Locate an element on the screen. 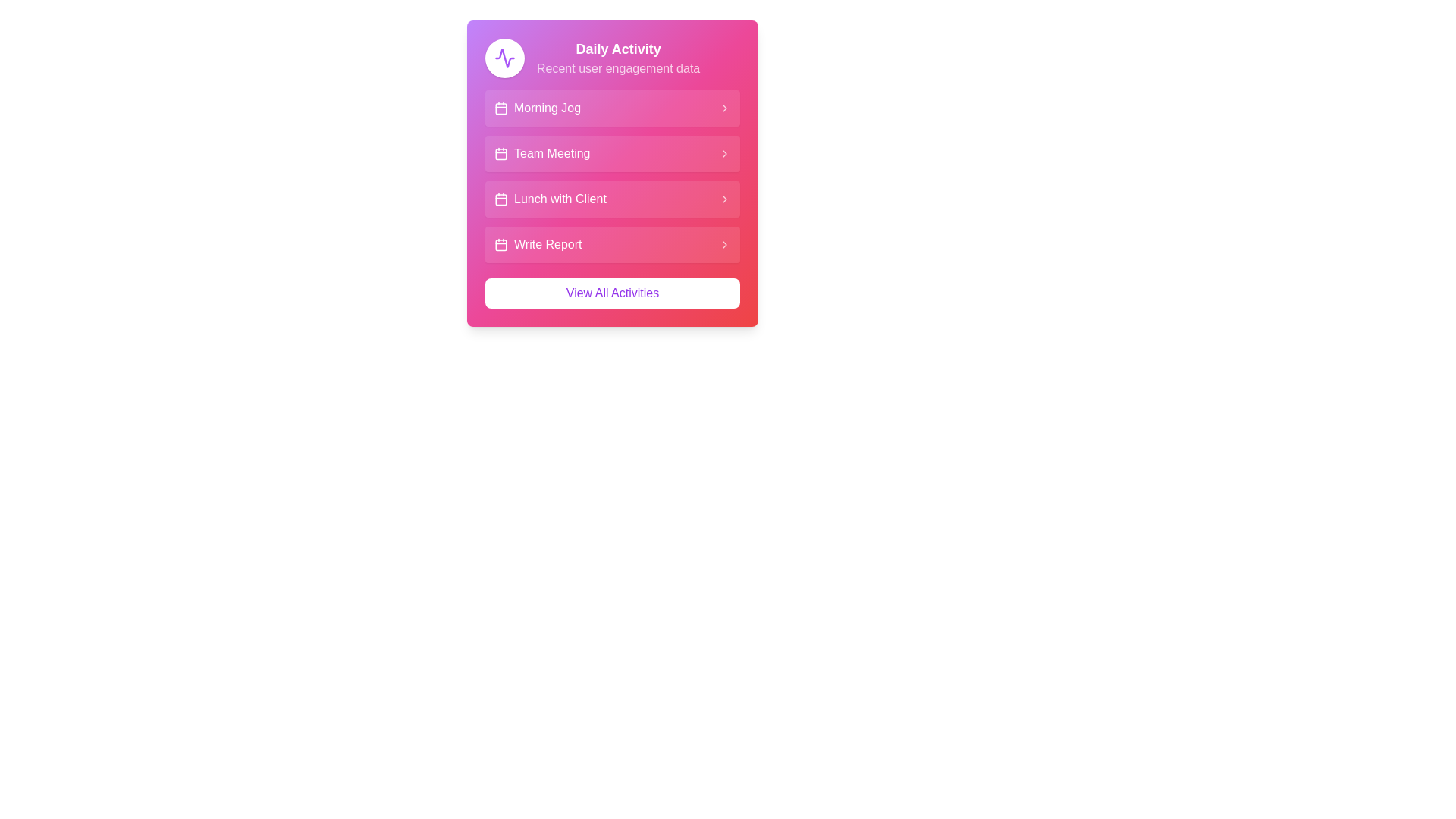 The width and height of the screenshot is (1456, 819). the circular icon representing activity or analytics in the upper left portion of the 'Daily Activity' card is located at coordinates (505, 58).